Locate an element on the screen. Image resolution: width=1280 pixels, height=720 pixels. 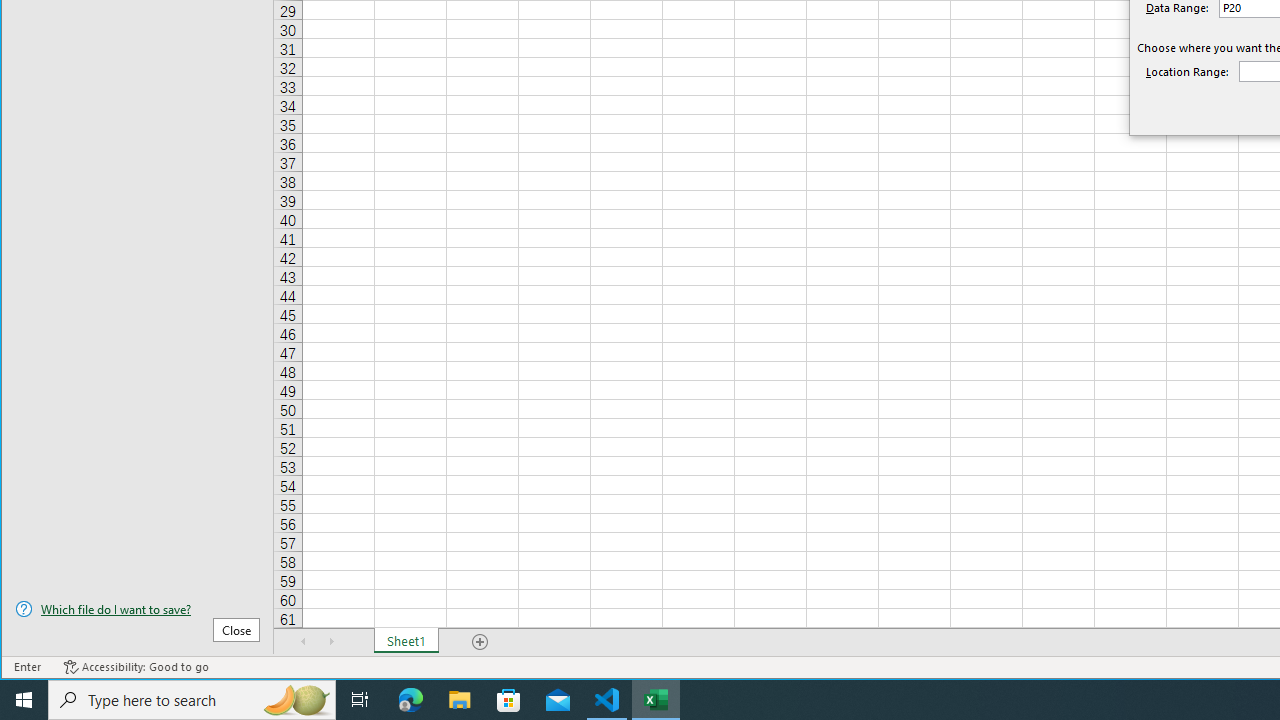
'Accessibility Checker Accessibility: Good to go' is located at coordinates (135, 667).